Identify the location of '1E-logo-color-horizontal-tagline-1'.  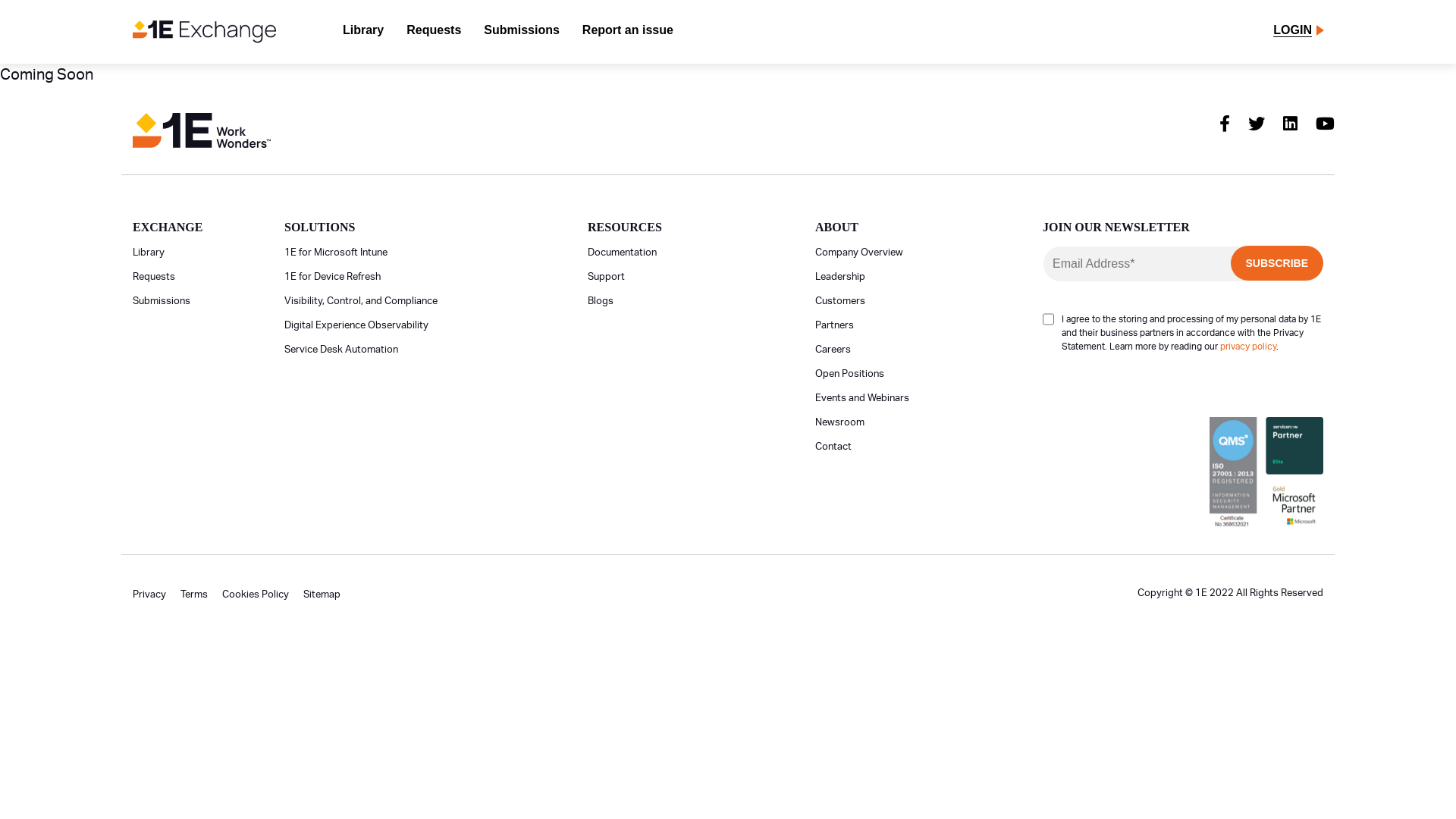
(200, 130).